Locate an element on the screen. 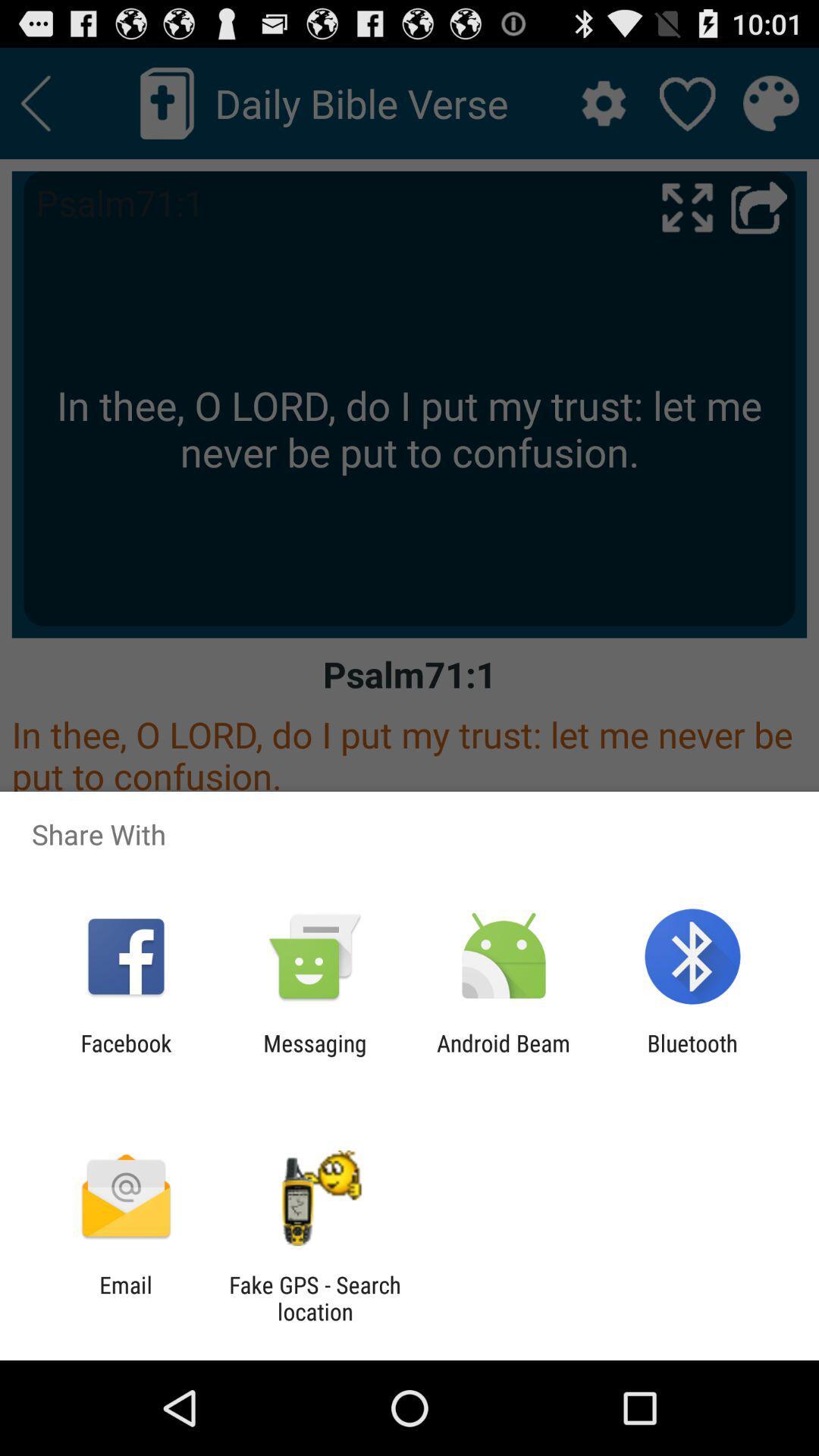 Image resolution: width=819 pixels, height=1456 pixels. app next to the messaging icon is located at coordinates (125, 1056).